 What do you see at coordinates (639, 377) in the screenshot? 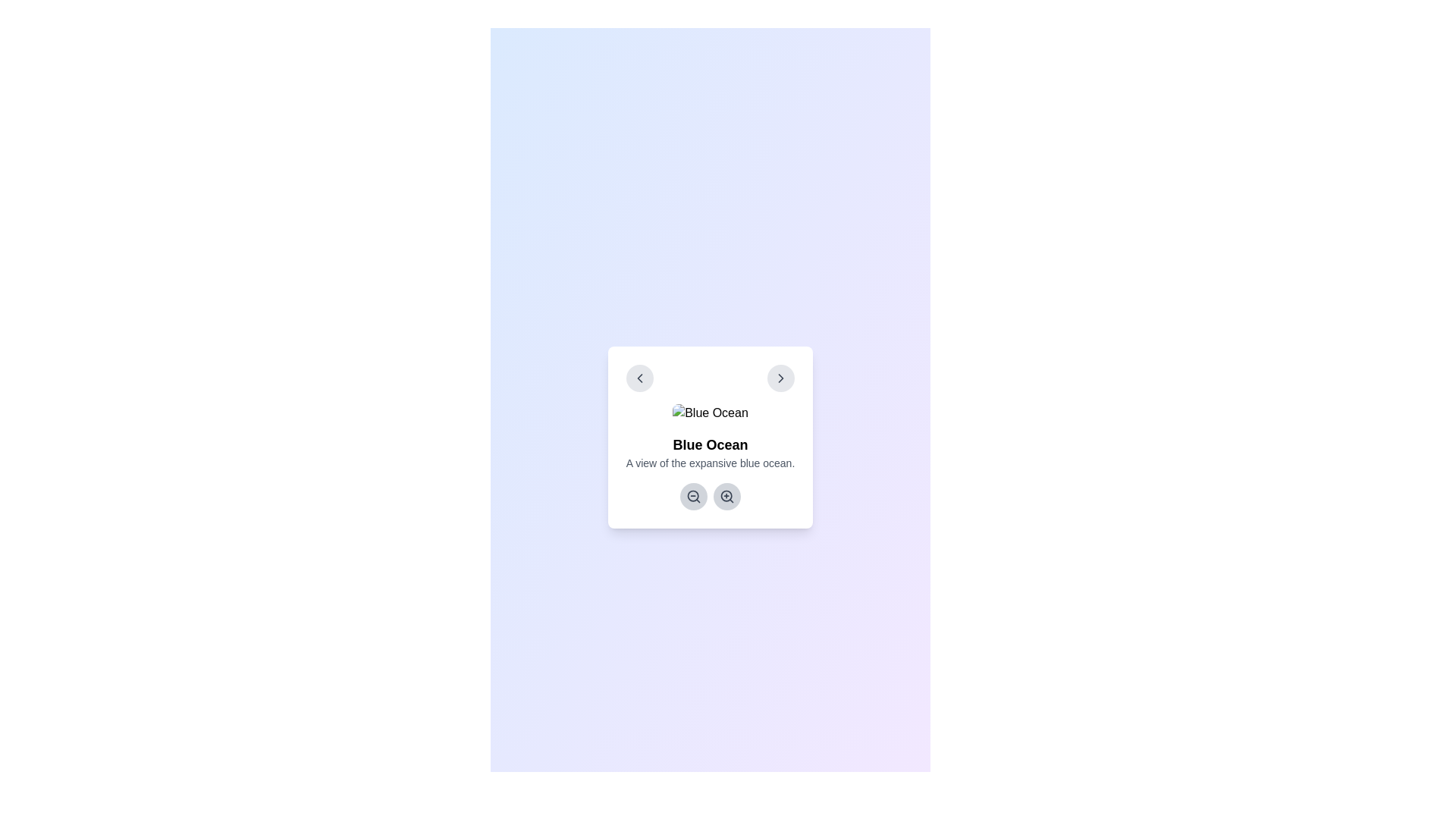
I see `the rounded button with a light gray background and a left-pointing chevron icon at its center` at bounding box center [639, 377].